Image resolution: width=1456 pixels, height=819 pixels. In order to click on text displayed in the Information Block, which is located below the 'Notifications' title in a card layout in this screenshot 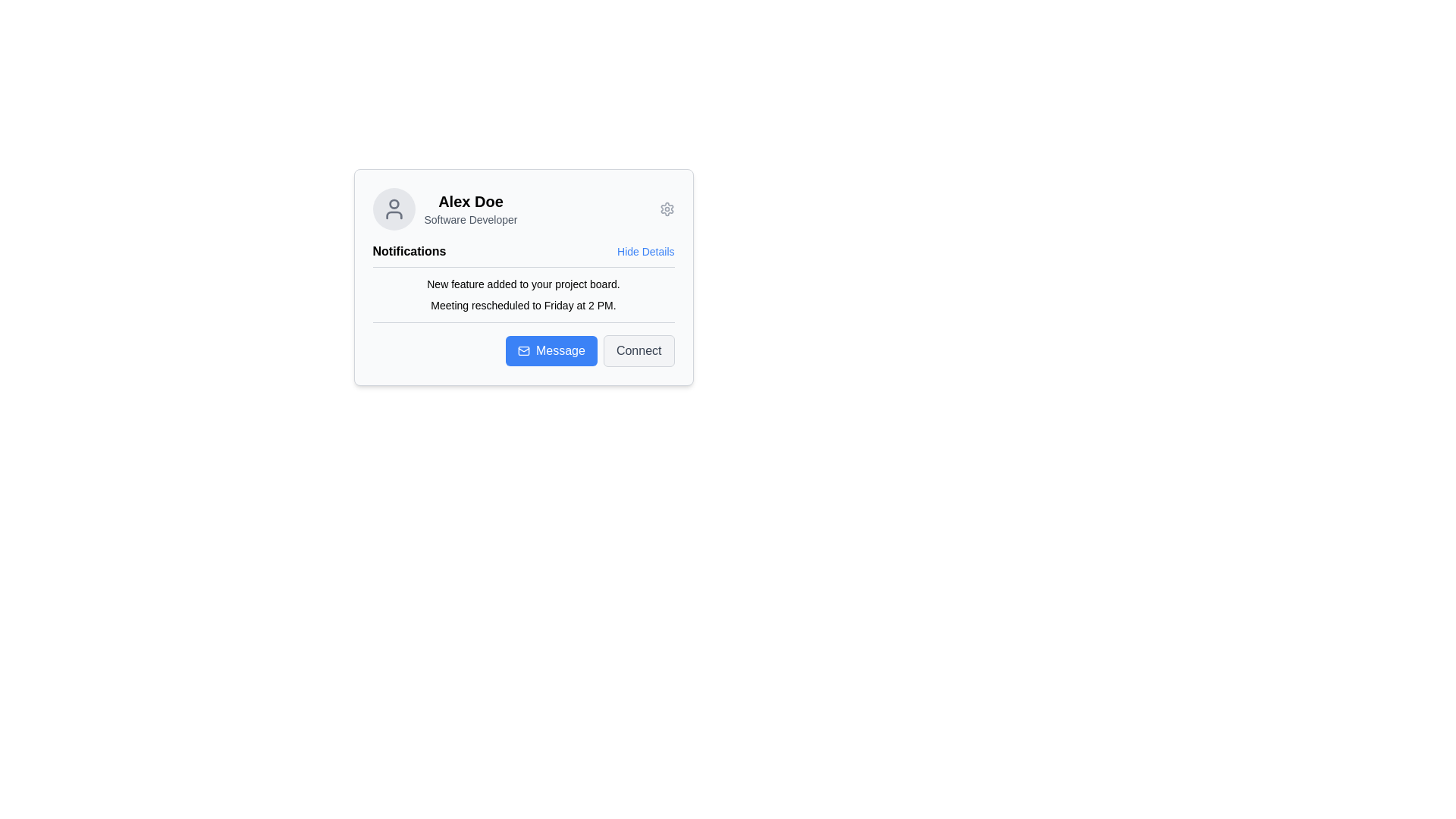, I will do `click(523, 283)`.